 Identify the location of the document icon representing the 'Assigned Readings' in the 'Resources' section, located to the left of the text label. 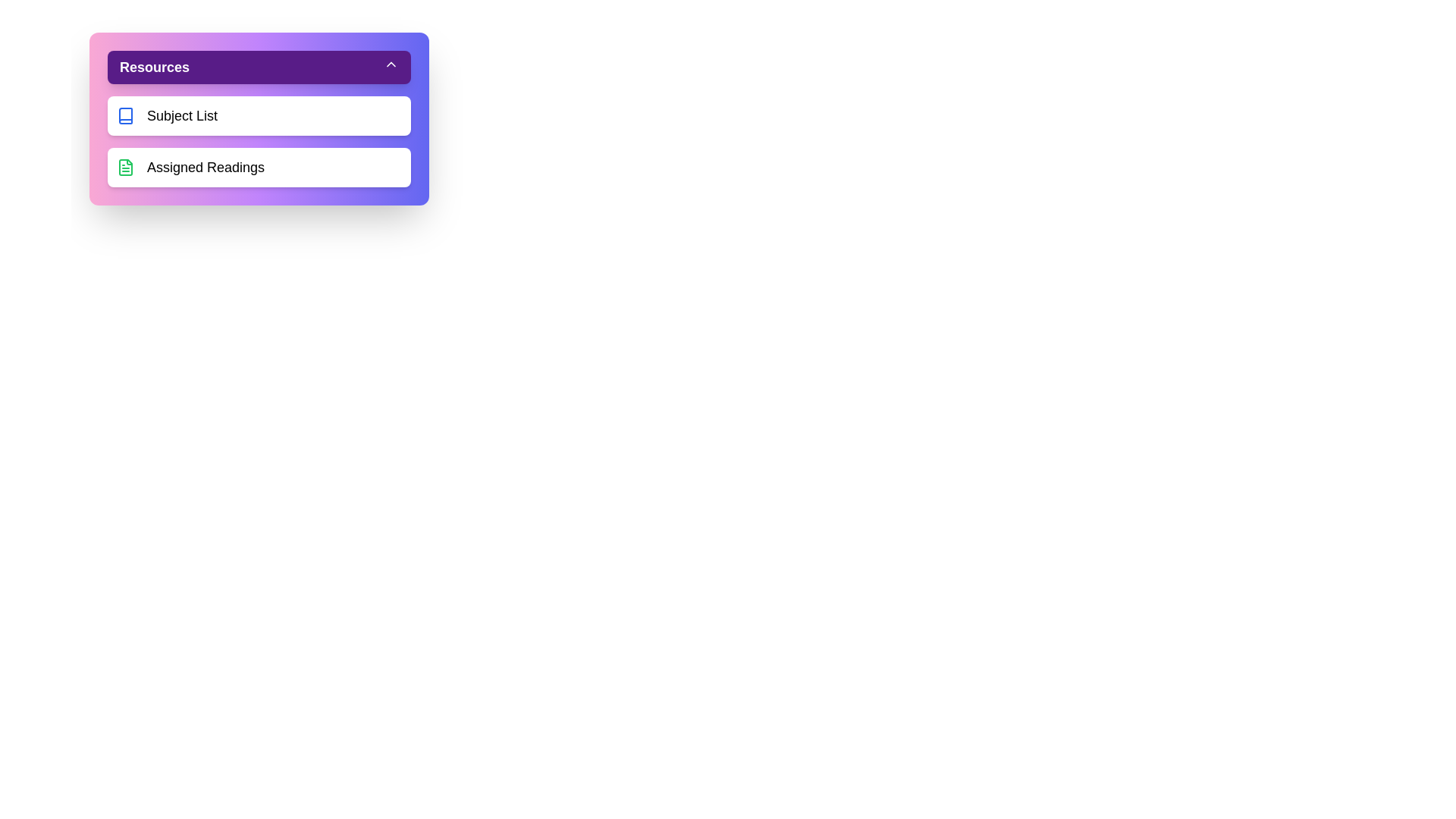
(126, 167).